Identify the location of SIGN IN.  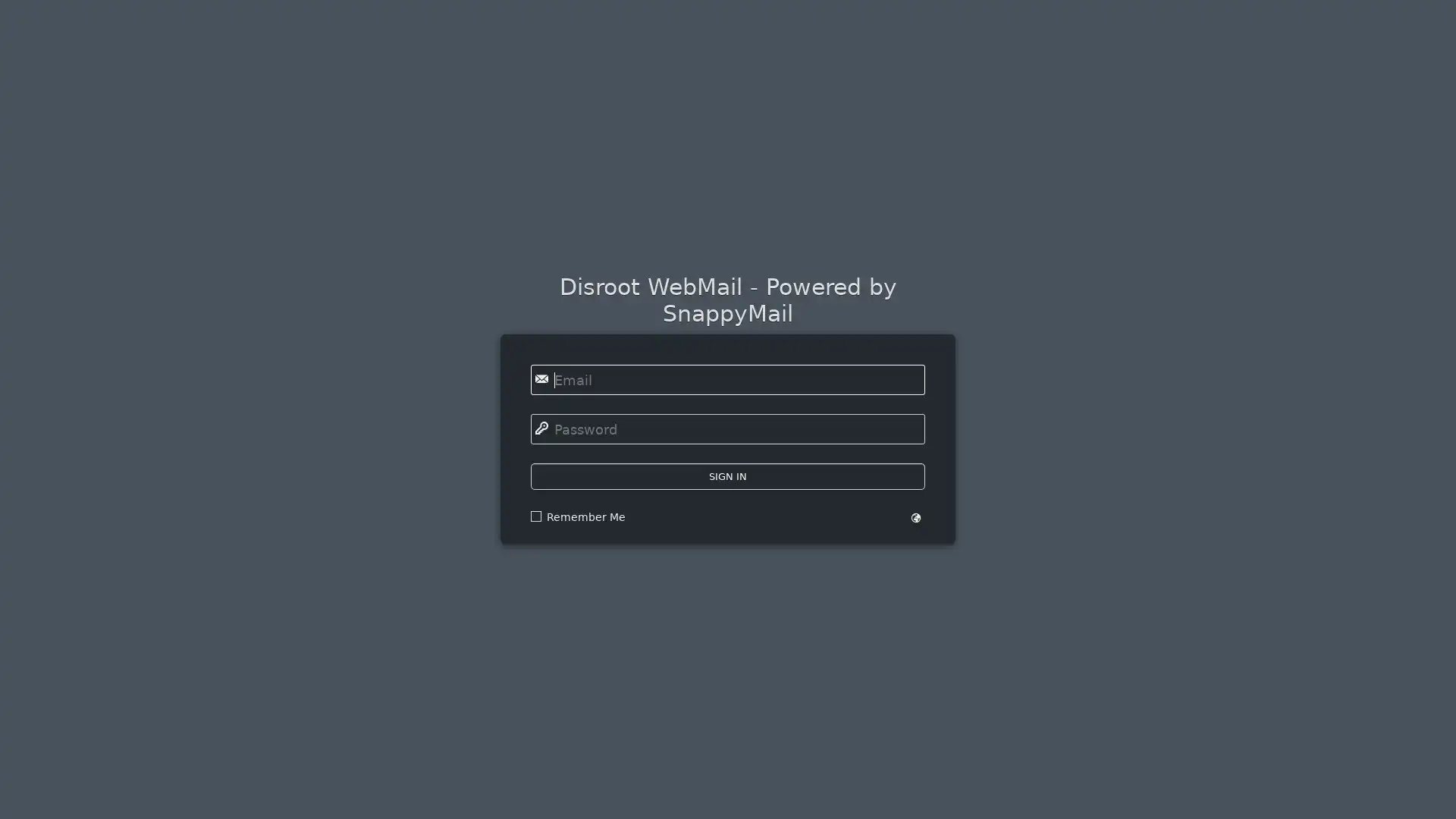
(728, 475).